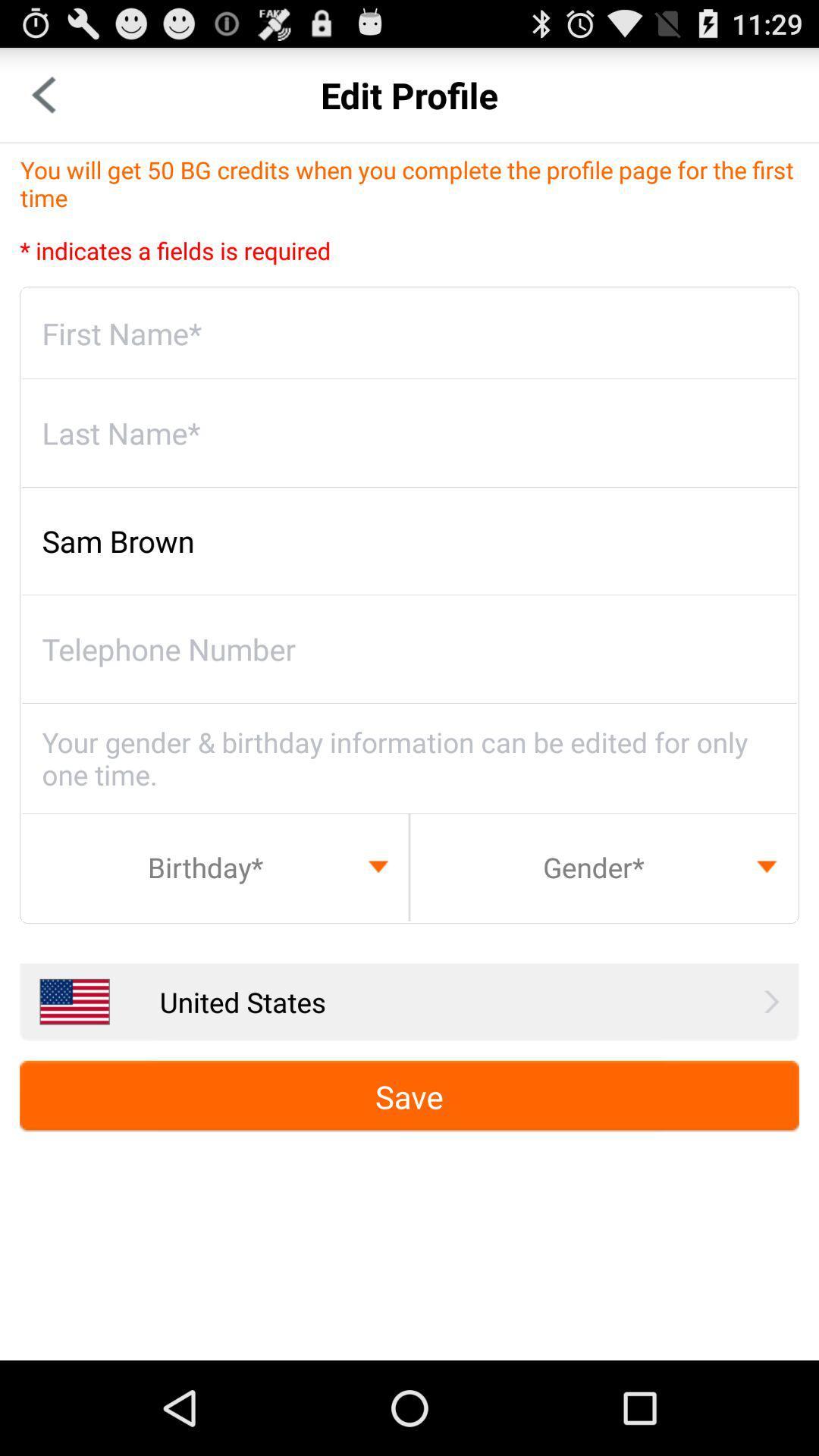 The height and width of the screenshot is (1456, 819). I want to click on gender, so click(603, 867).